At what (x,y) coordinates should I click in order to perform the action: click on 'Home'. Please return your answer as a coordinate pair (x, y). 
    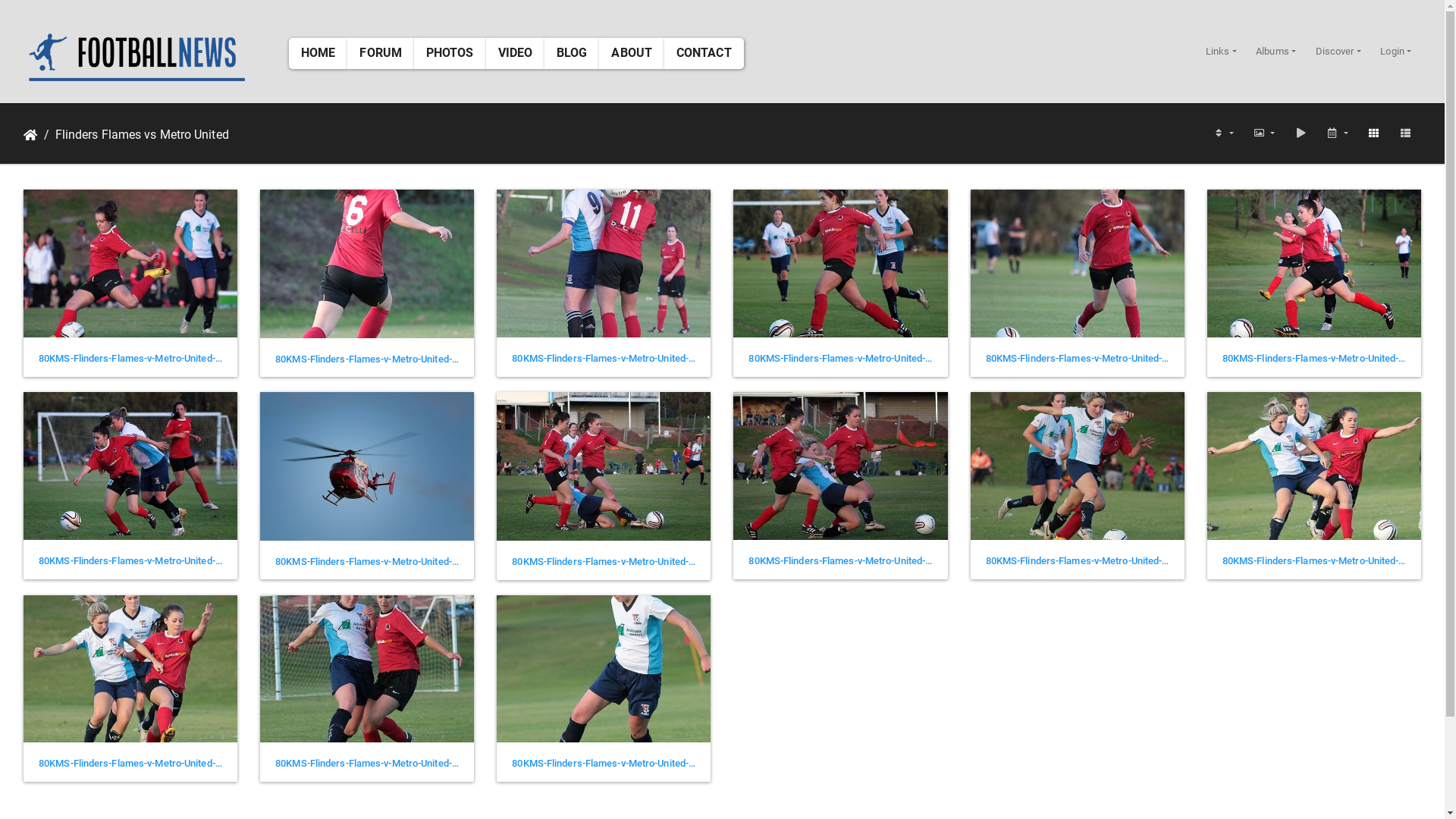
    Looking at the image, I should click on (30, 133).